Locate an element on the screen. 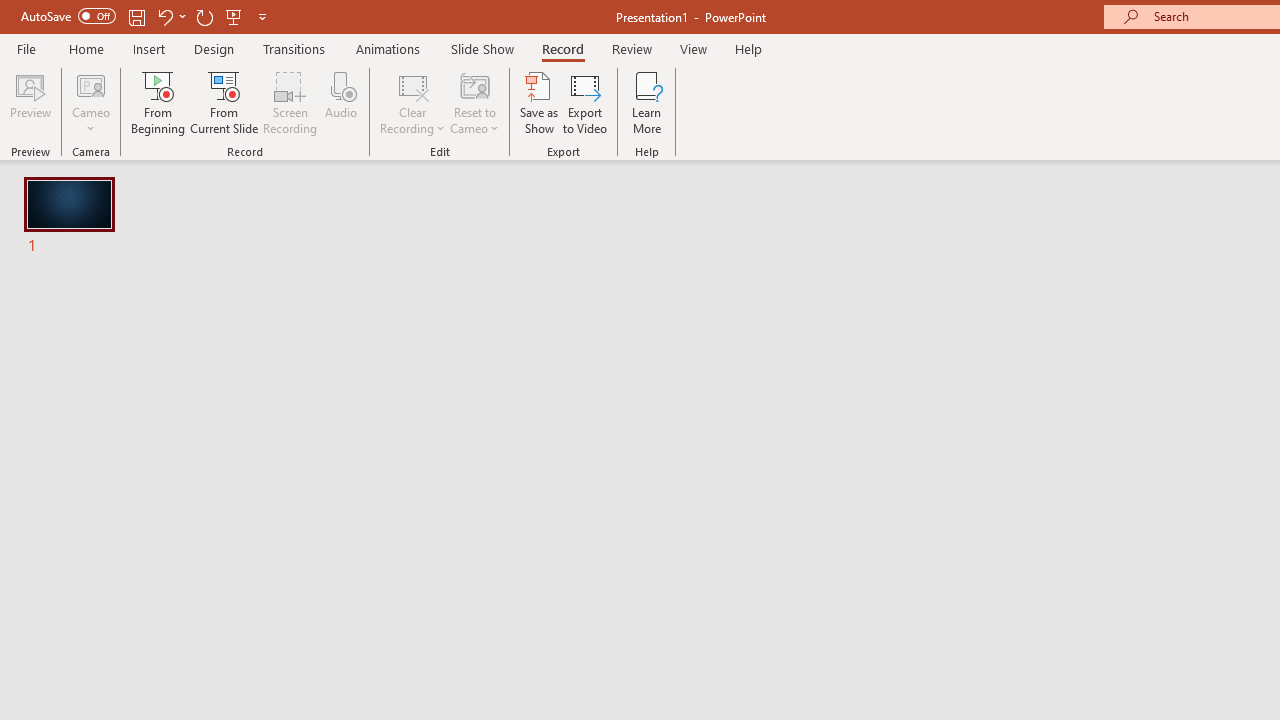  'Slide' is located at coordinates (69, 218).